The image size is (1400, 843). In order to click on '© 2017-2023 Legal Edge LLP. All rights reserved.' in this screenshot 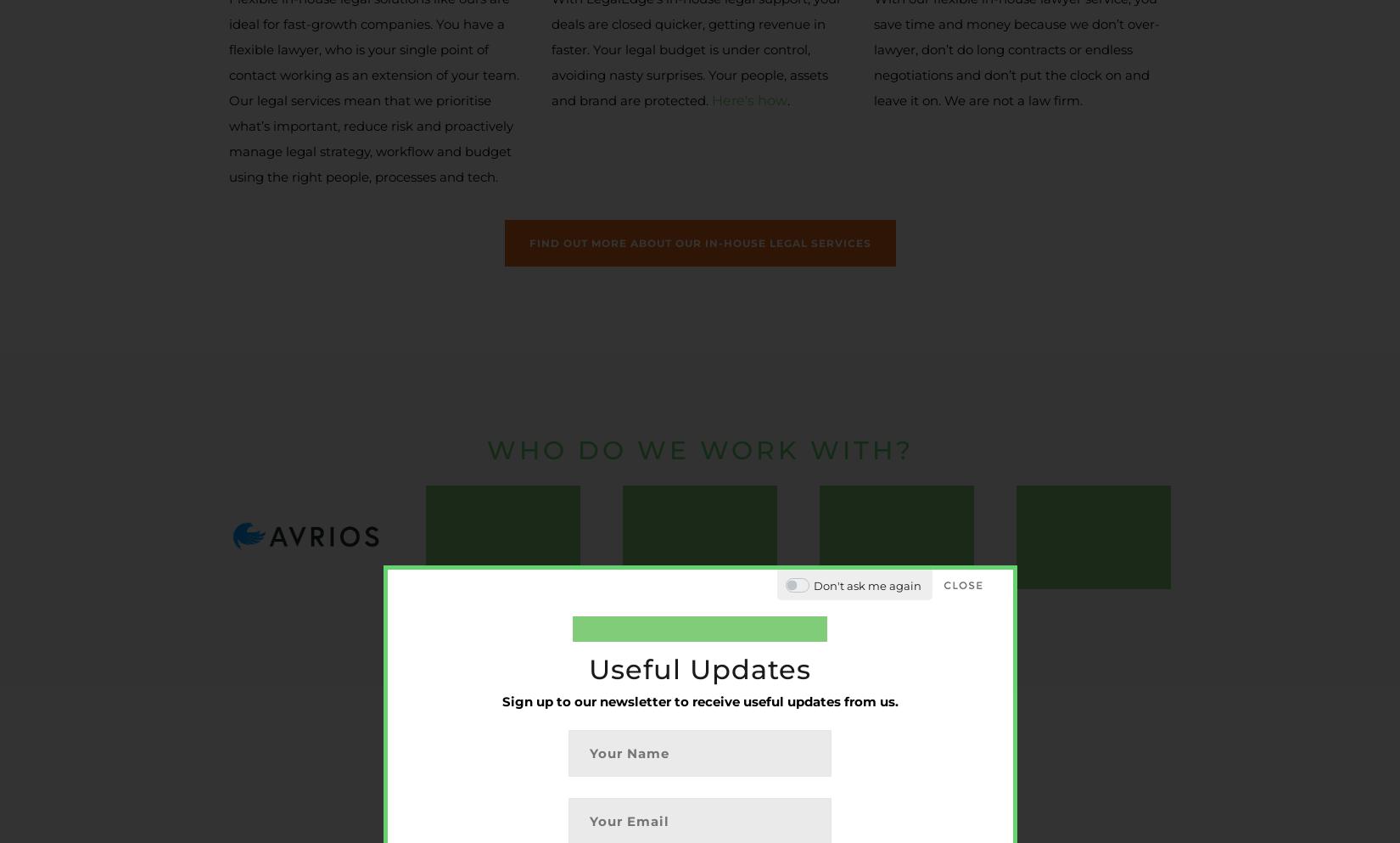, I will do `click(366, 805)`.